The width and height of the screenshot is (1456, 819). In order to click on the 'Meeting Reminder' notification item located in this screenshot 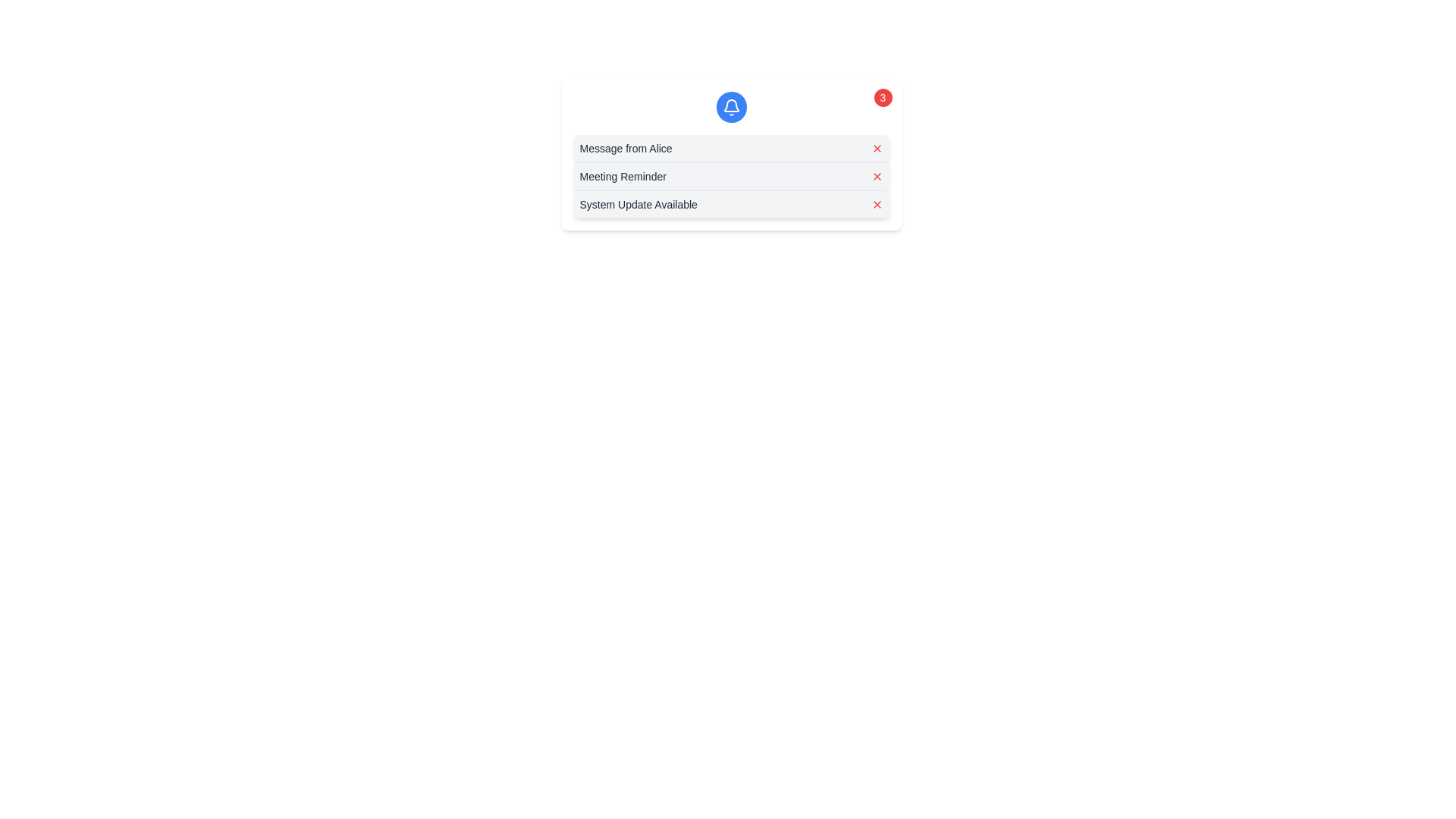, I will do `click(731, 175)`.